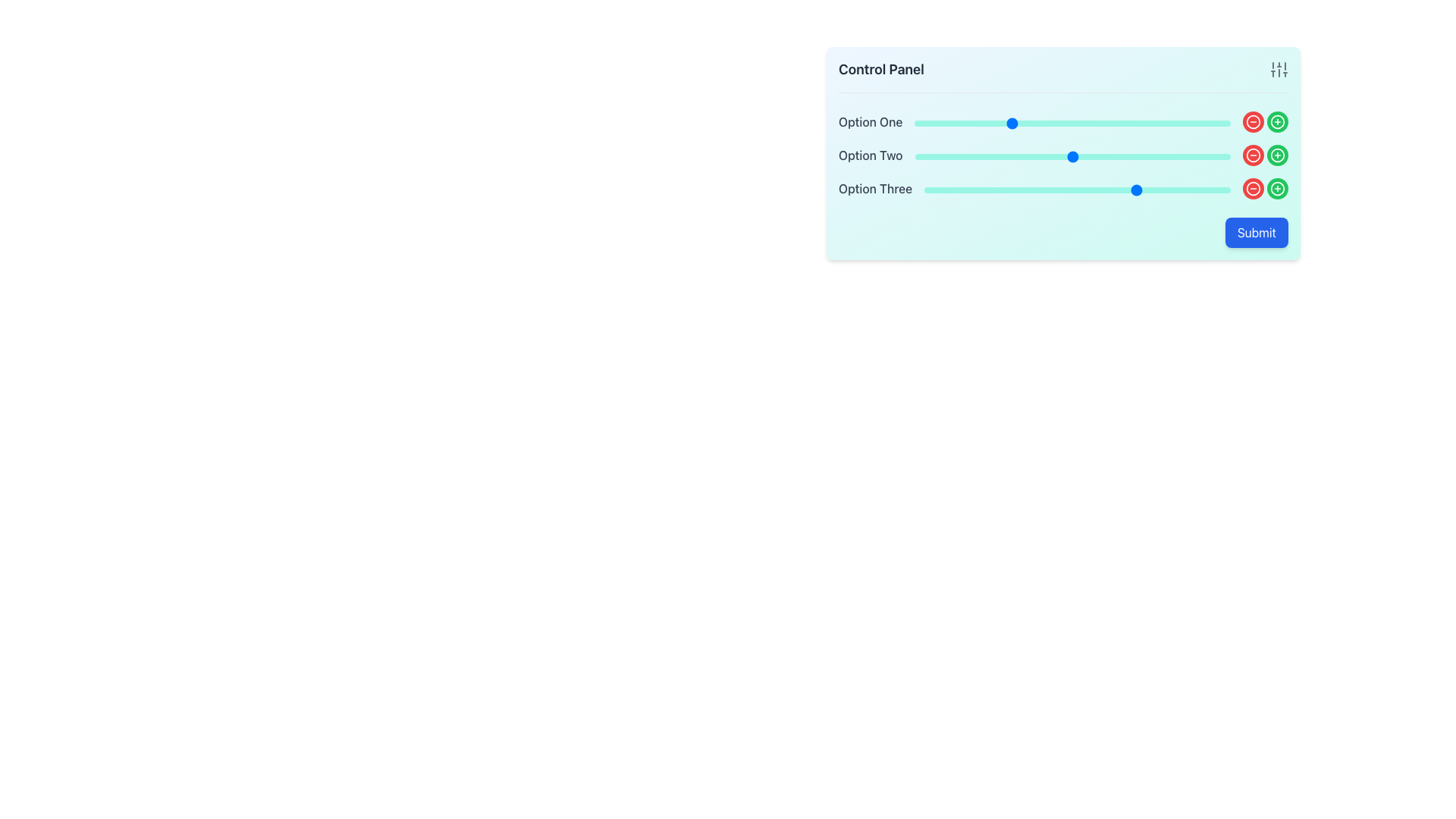 The width and height of the screenshot is (1456, 819). I want to click on the slider value, so click(1058, 189).